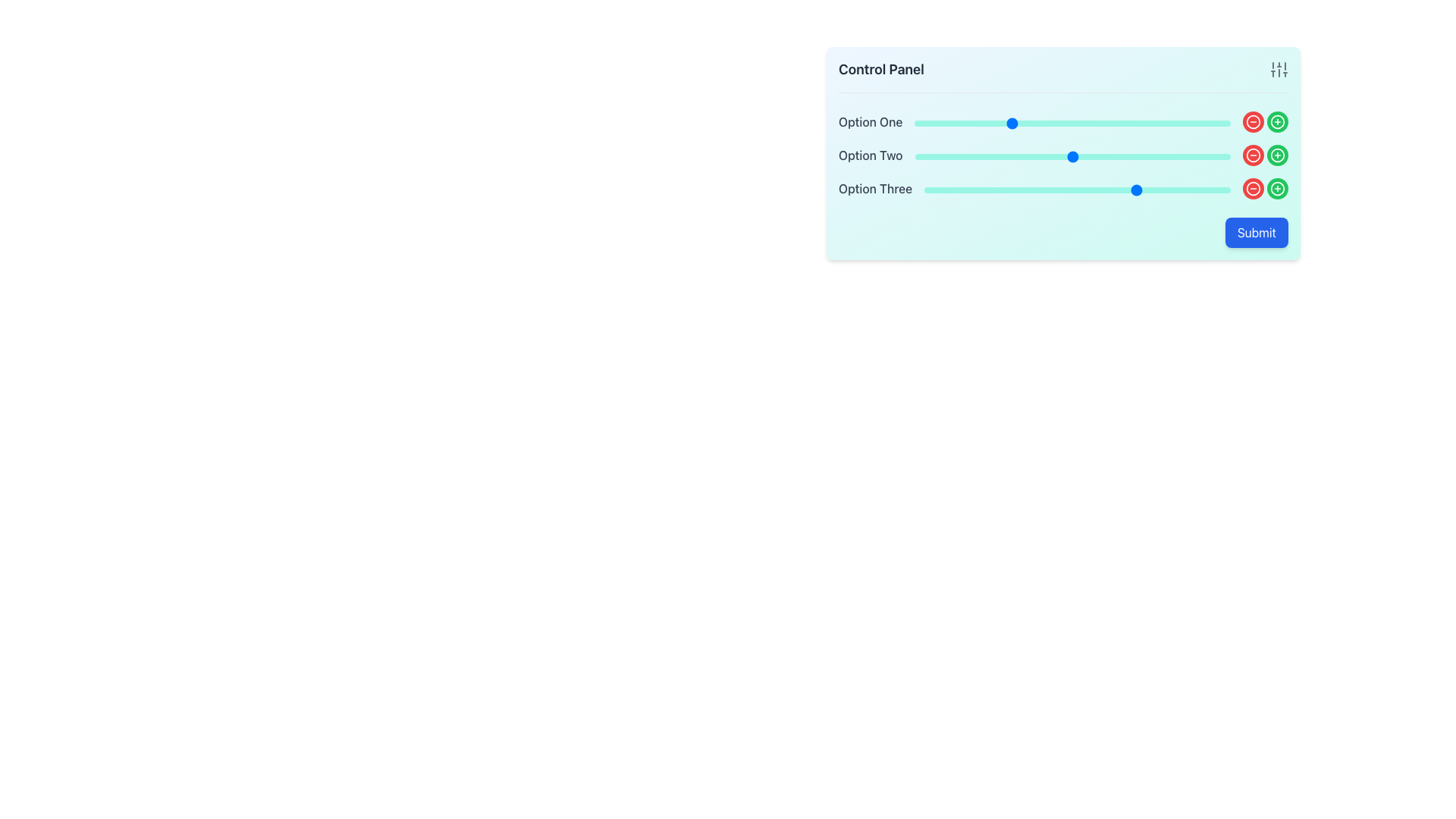 The width and height of the screenshot is (1456, 819). I want to click on the slider value, so click(1058, 189).